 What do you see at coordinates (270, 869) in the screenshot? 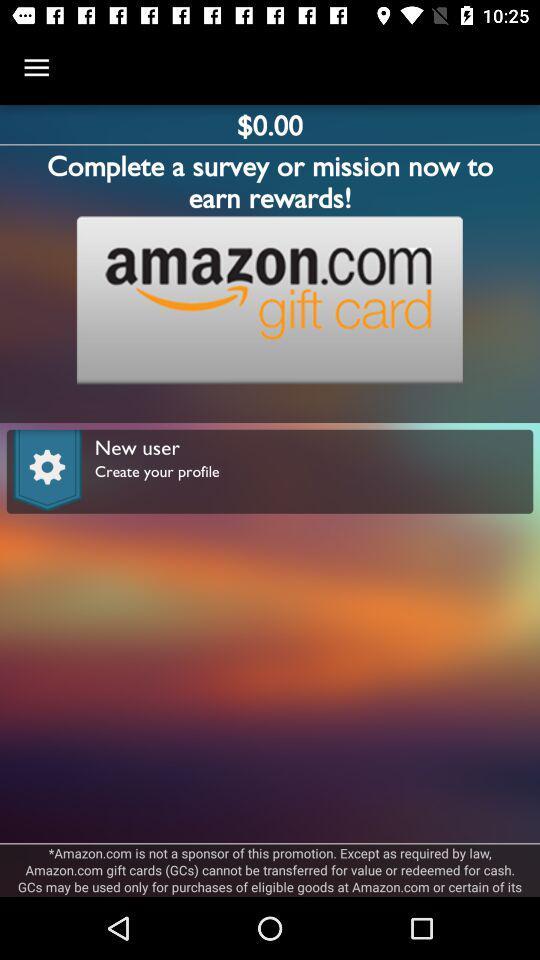
I see `amazon com is` at bounding box center [270, 869].